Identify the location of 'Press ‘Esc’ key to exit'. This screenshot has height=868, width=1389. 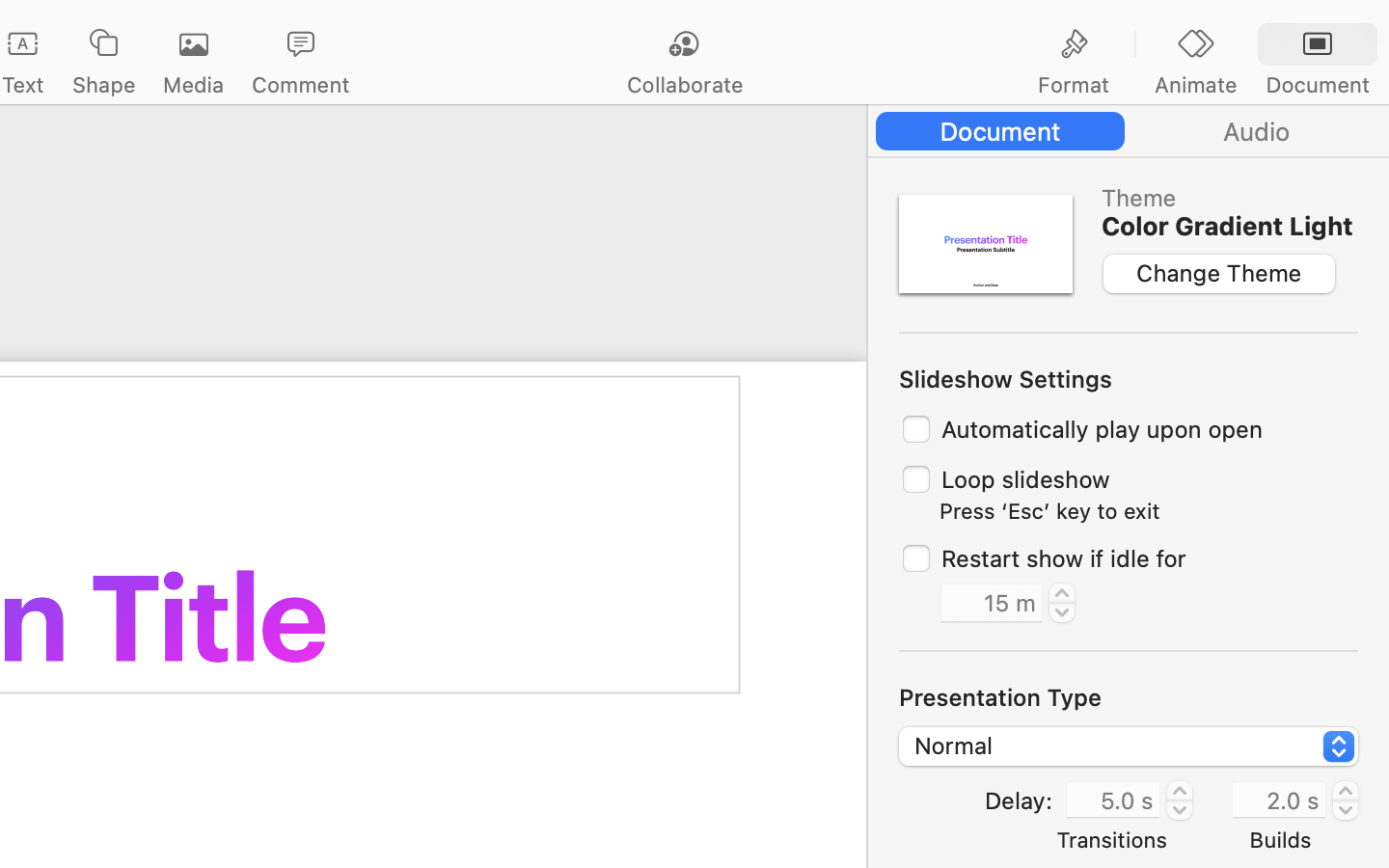
(1049, 510).